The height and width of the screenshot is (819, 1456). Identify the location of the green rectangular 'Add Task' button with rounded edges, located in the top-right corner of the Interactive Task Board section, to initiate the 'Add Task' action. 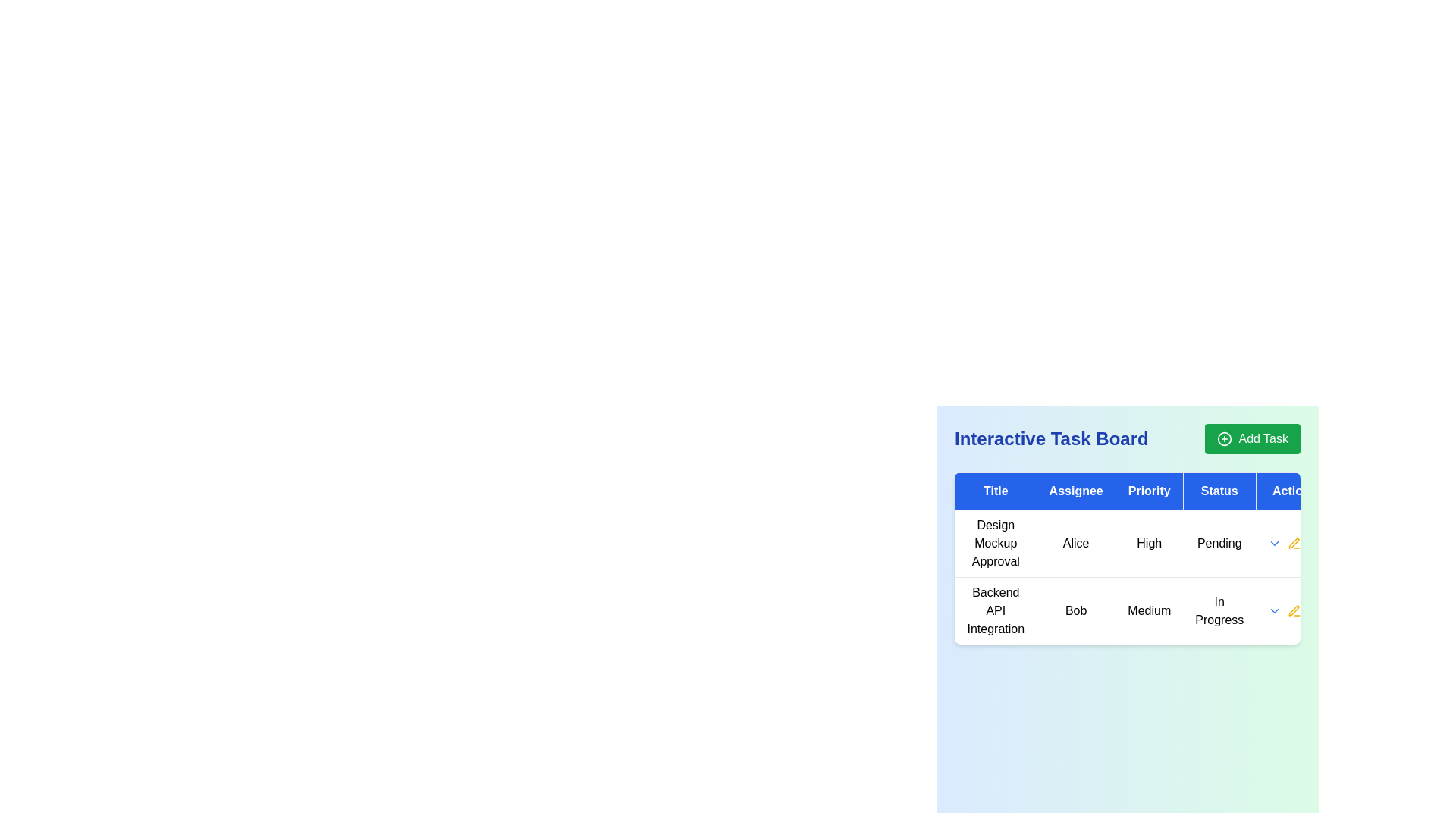
(1253, 438).